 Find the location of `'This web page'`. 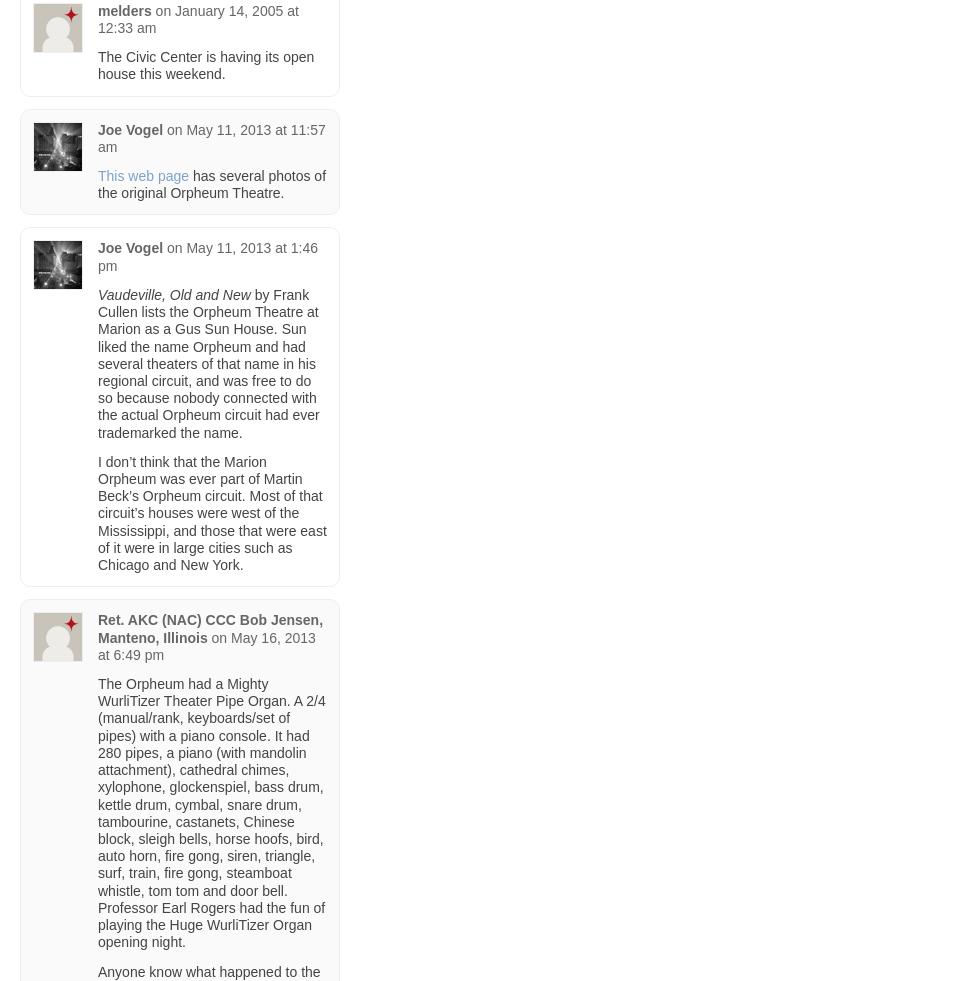

'This web page' is located at coordinates (143, 174).